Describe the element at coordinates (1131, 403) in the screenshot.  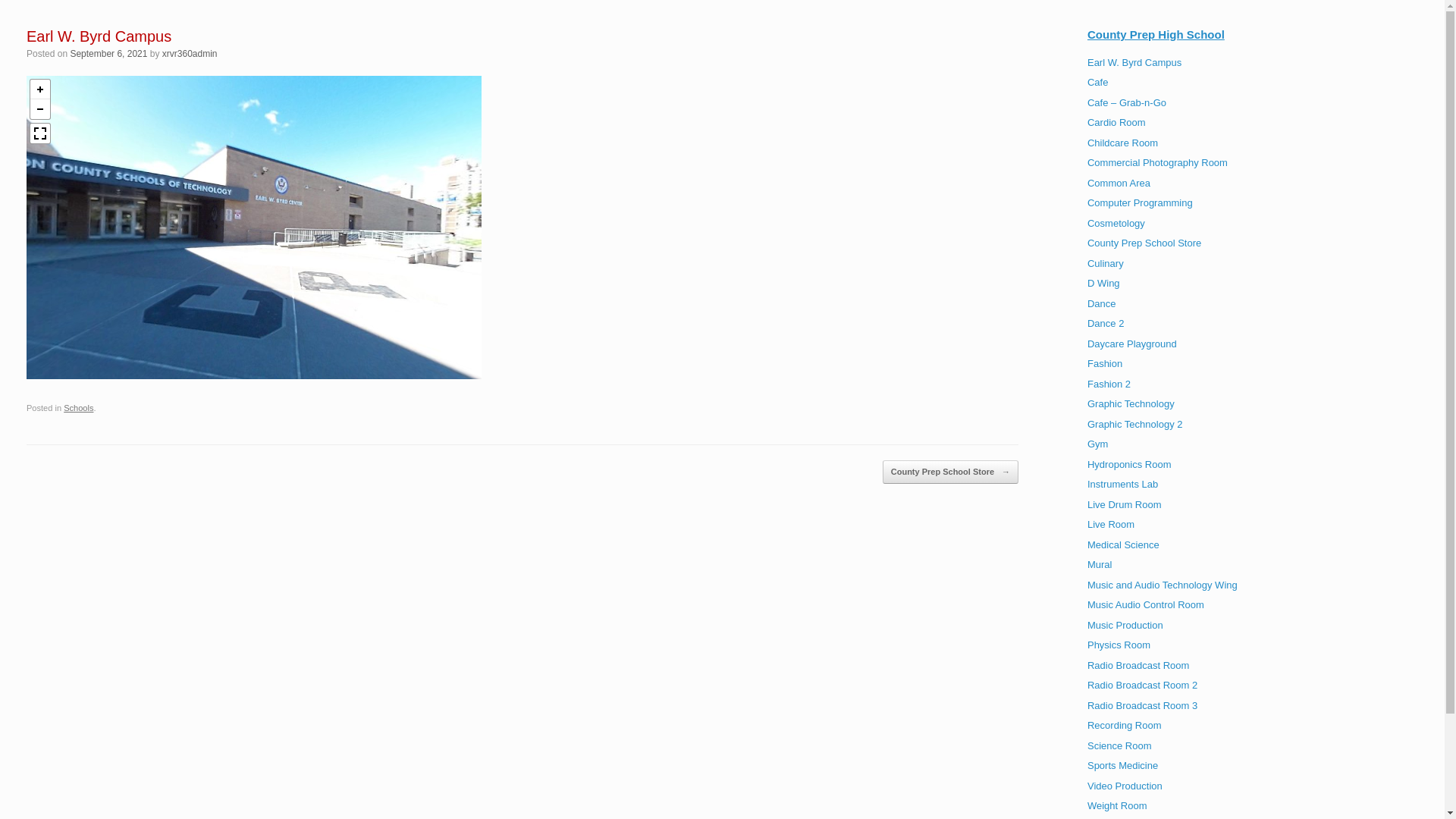
I see `'Graphic Technology'` at that location.